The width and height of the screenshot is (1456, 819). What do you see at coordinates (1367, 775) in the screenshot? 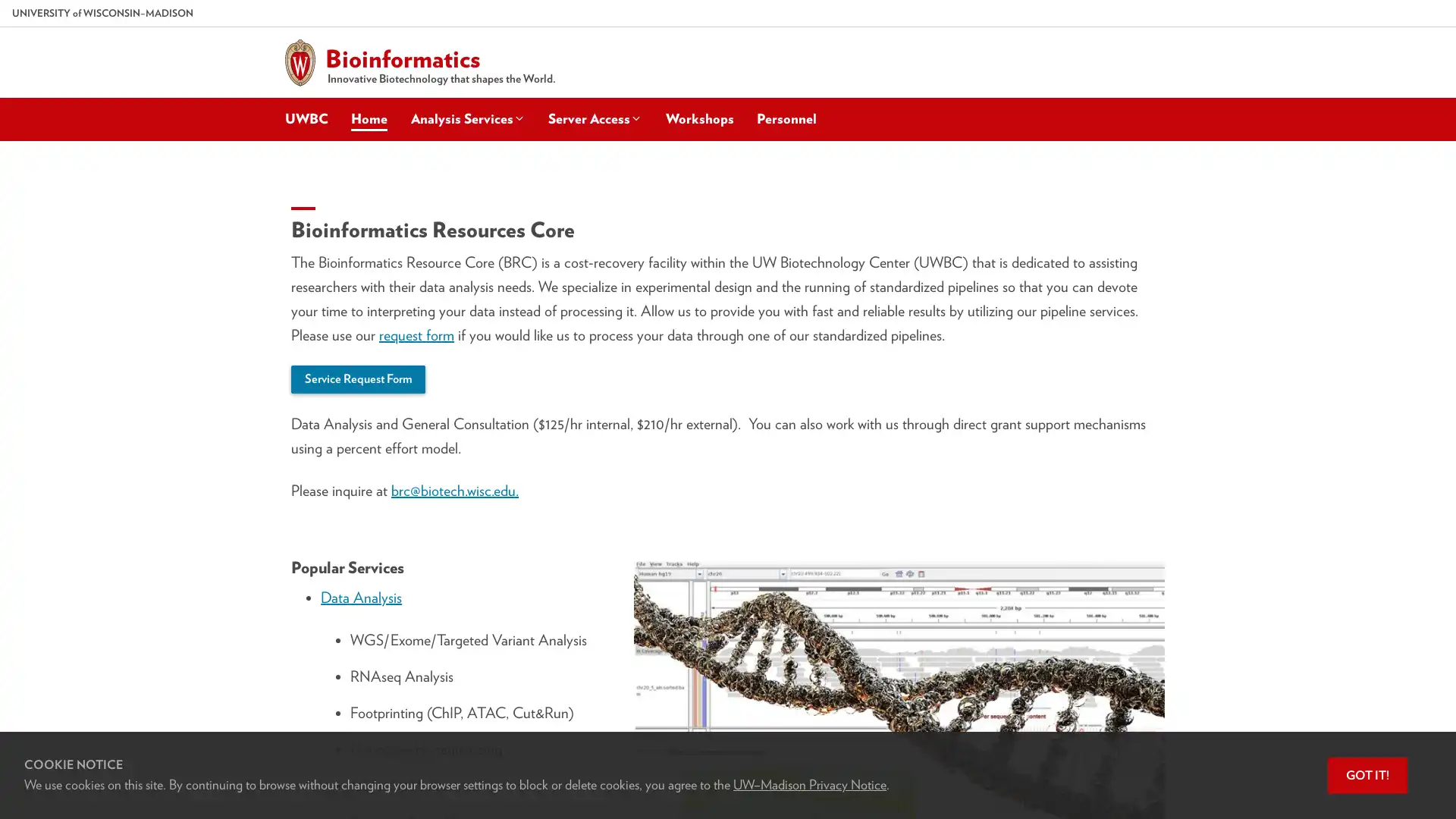
I see `Accept cookie notice` at bounding box center [1367, 775].